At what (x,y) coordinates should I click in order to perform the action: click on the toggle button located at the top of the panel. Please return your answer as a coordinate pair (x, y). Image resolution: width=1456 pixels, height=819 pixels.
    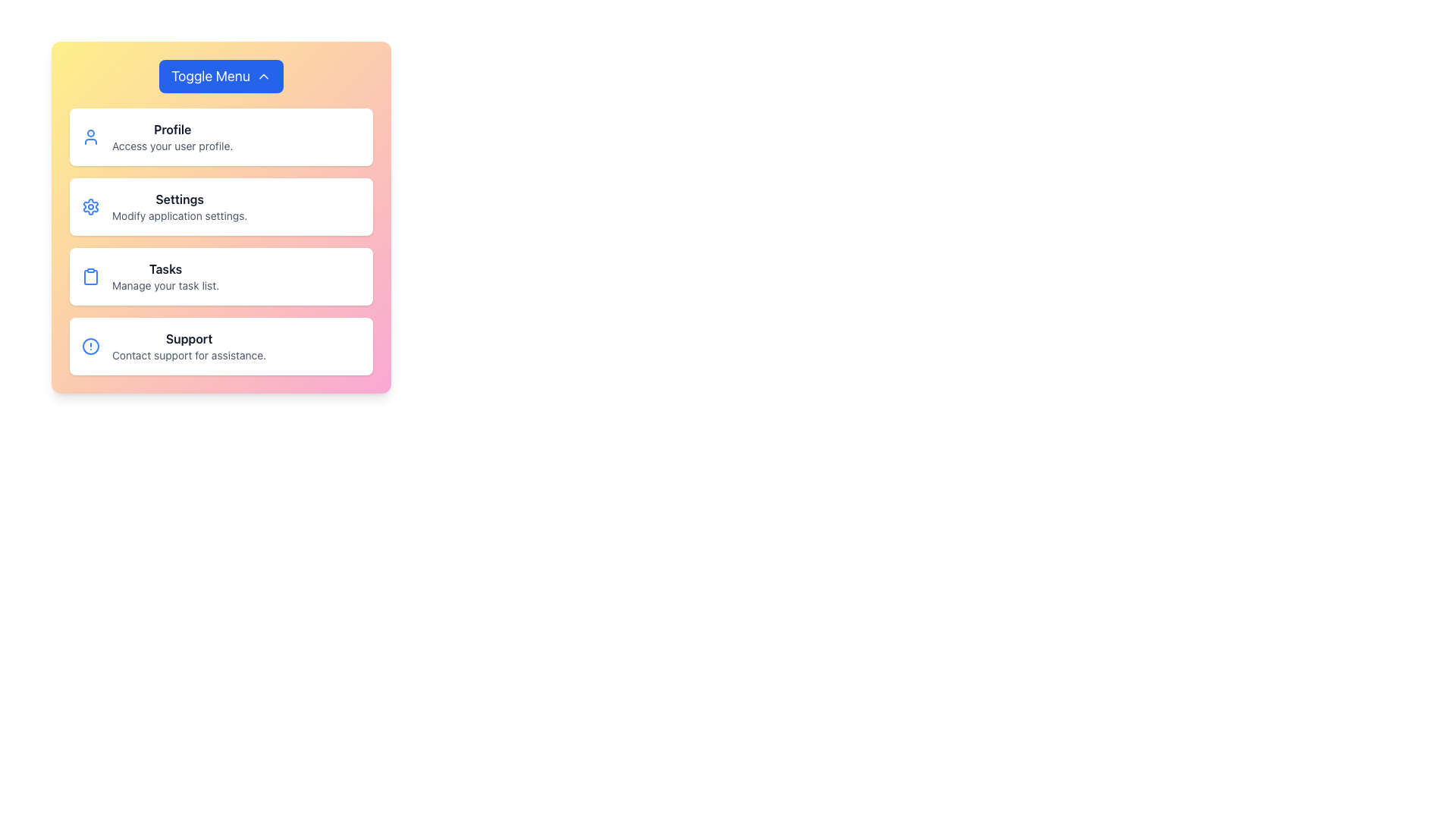
    Looking at the image, I should click on (221, 76).